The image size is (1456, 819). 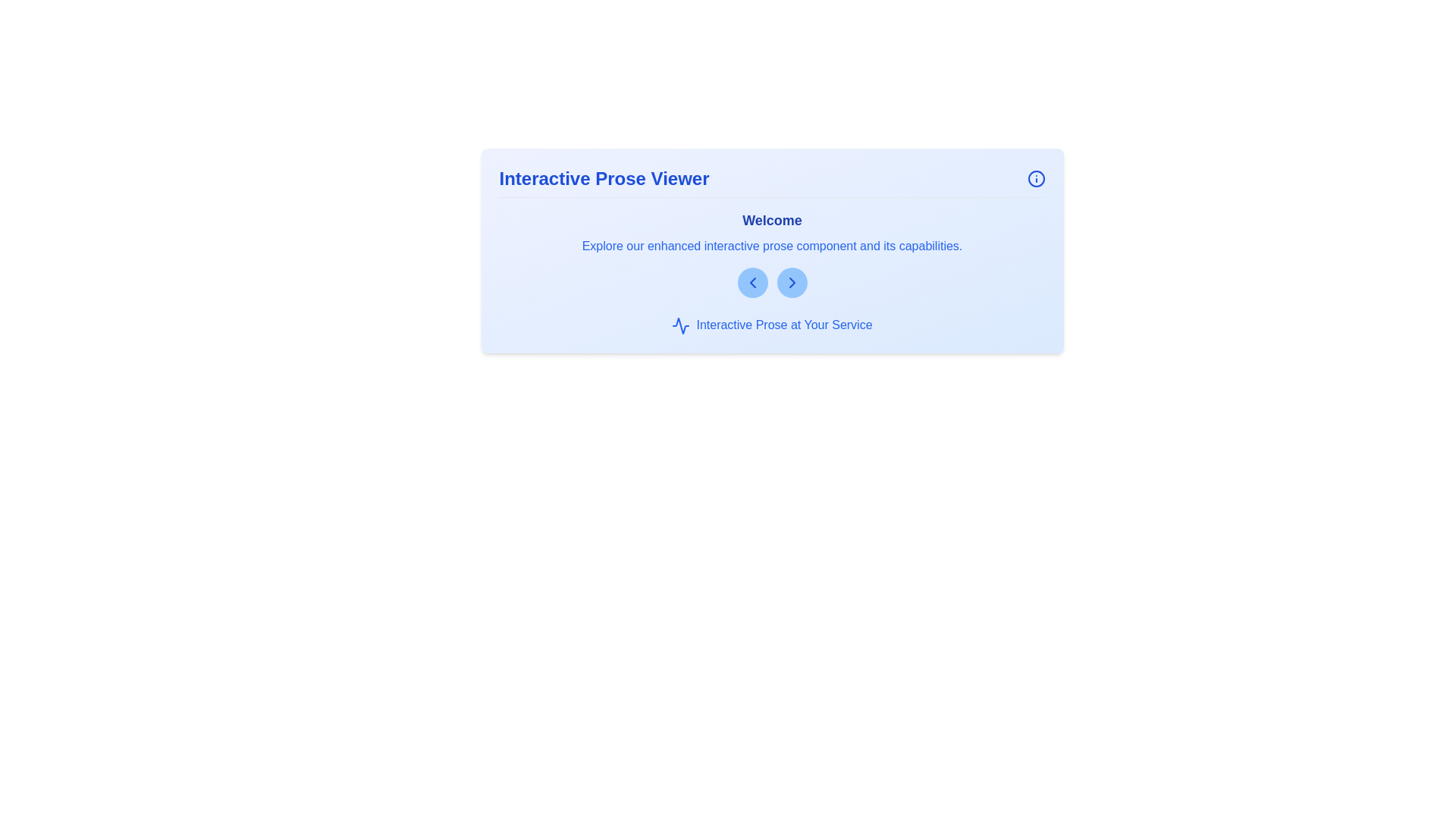 What do you see at coordinates (1035, 177) in the screenshot?
I see `the information icon located on the far right of the 'Interactive Prose Viewer' title bar` at bounding box center [1035, 177].